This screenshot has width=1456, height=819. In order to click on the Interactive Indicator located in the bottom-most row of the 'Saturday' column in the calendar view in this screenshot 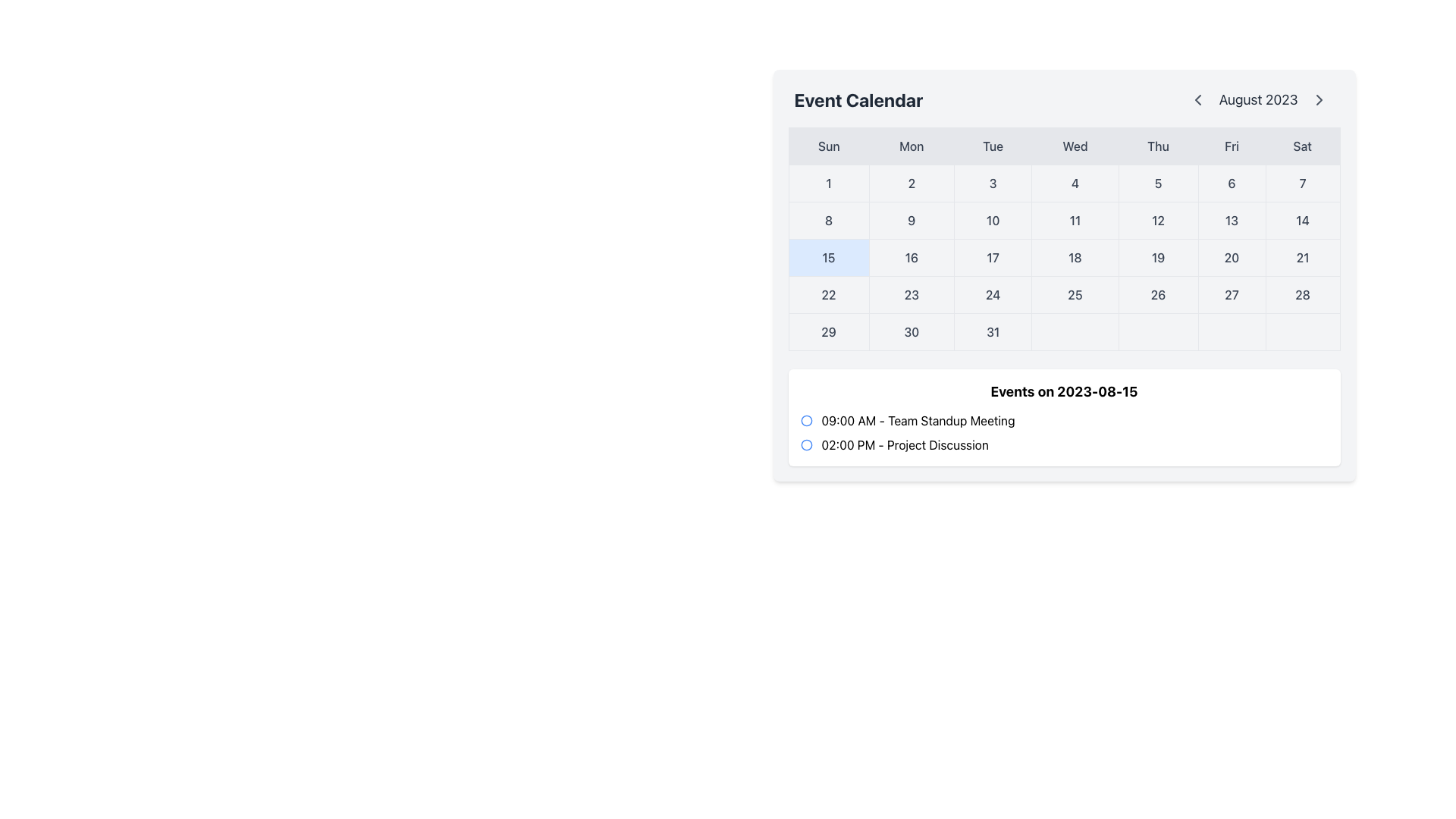, I will do `click(1302, 331)`.